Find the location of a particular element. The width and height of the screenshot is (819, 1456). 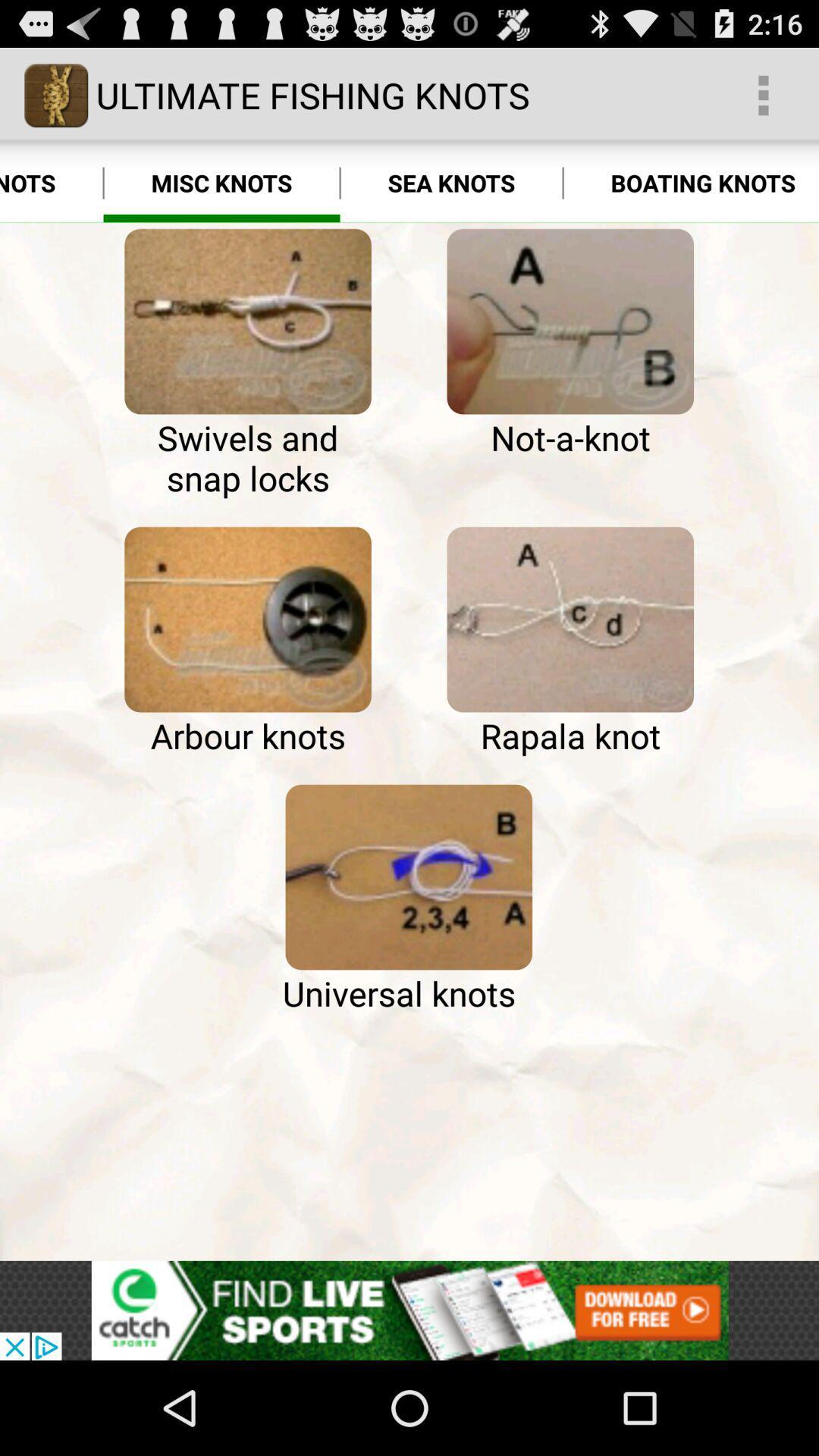

app to the right of sea knots app is located at coordinates (691, 182).